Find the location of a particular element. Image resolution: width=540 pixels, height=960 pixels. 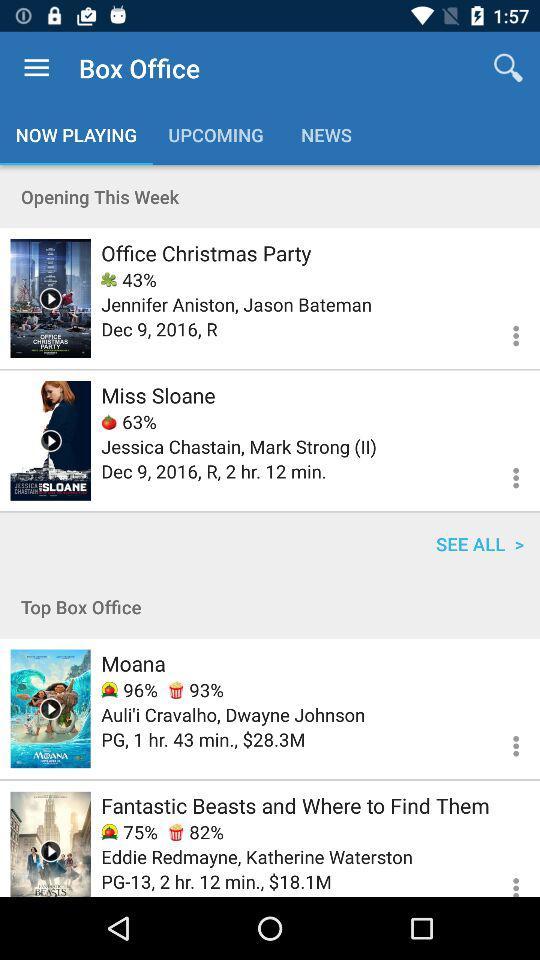

the moana is located at coordinates (133, 663).